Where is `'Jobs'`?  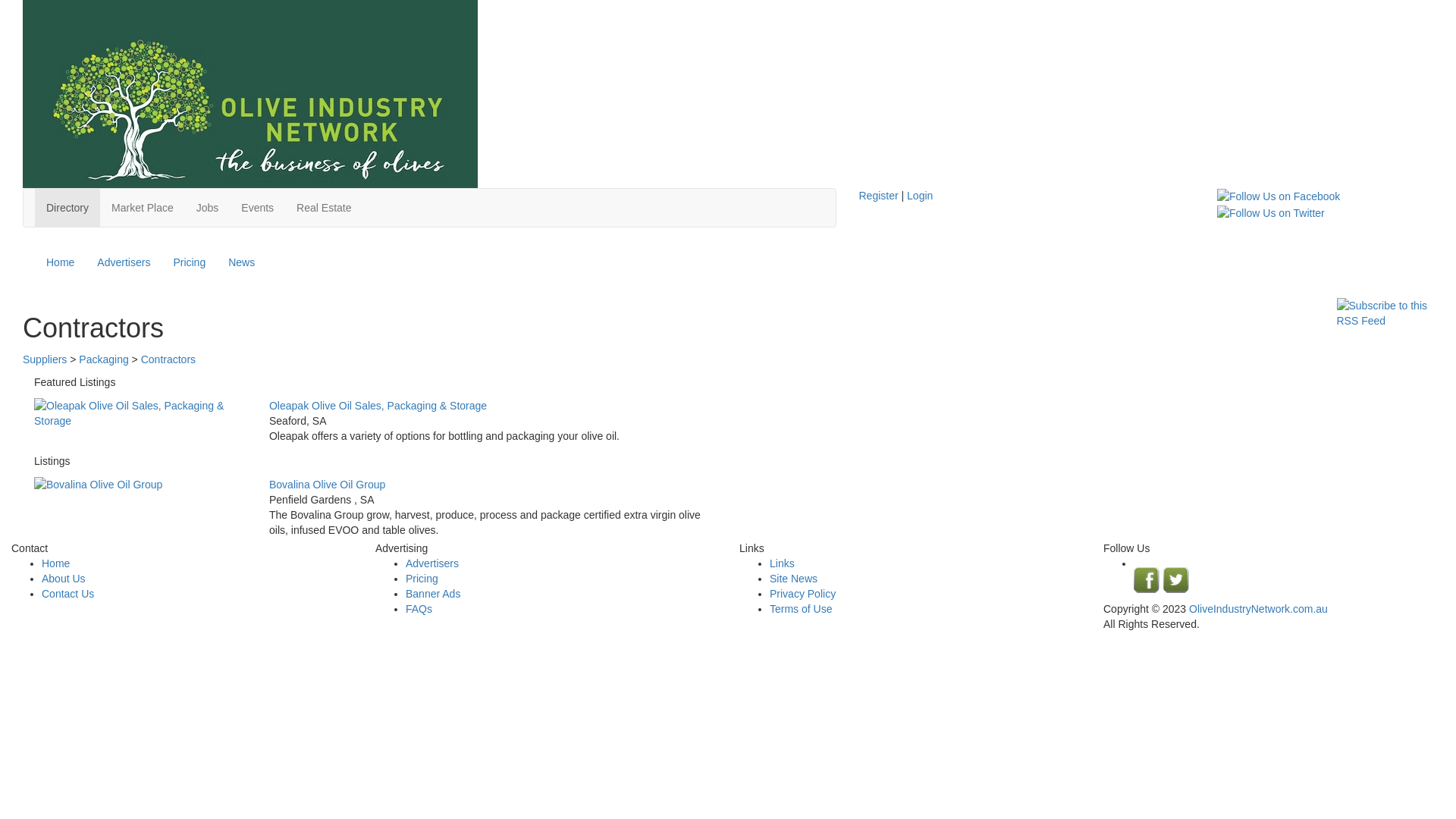 'Jobs' is located at coordinates (206, 207).